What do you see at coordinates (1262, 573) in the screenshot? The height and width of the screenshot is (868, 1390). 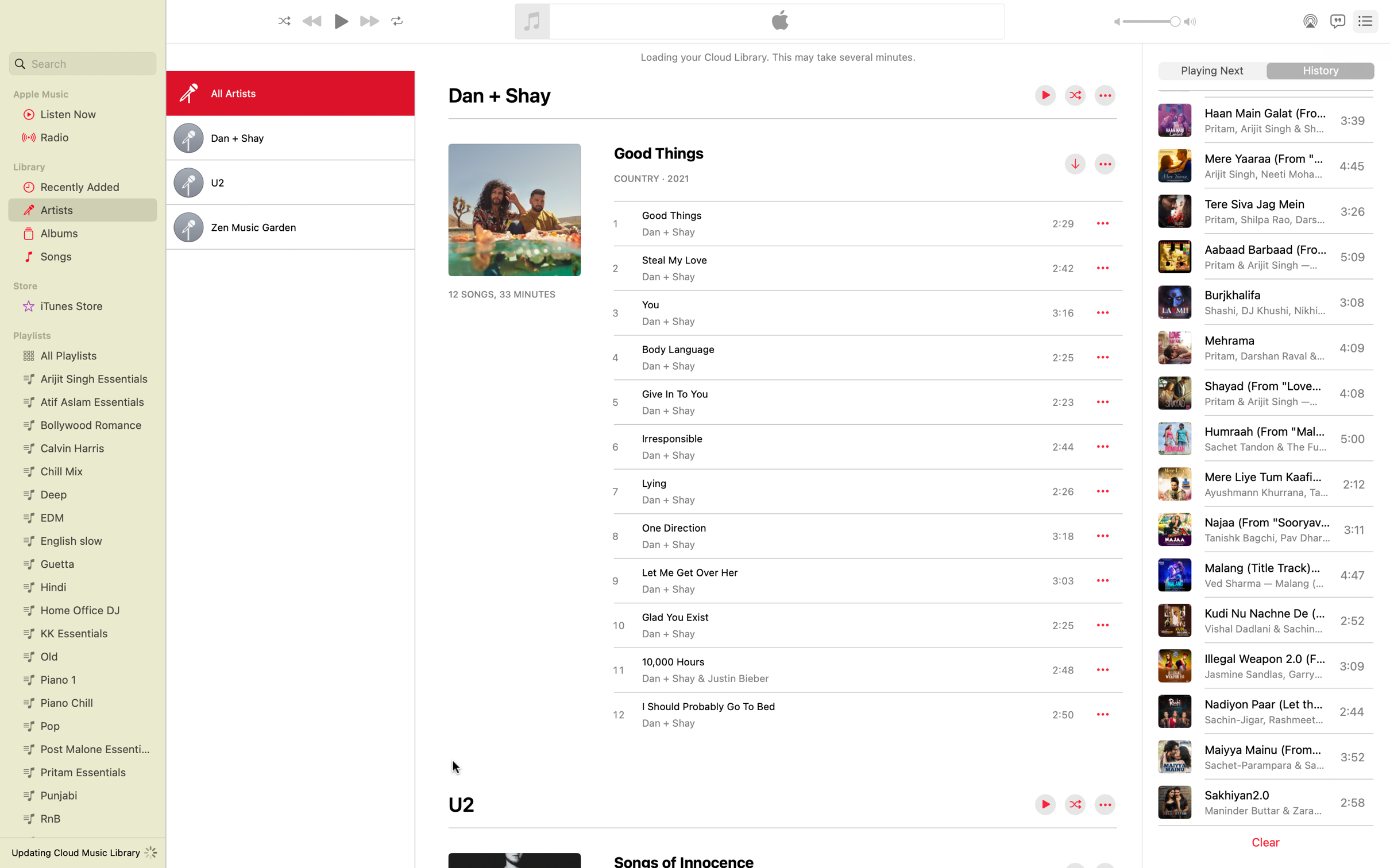 I see `Execute the playback of "Malang` at bounding box center [1262, 573].